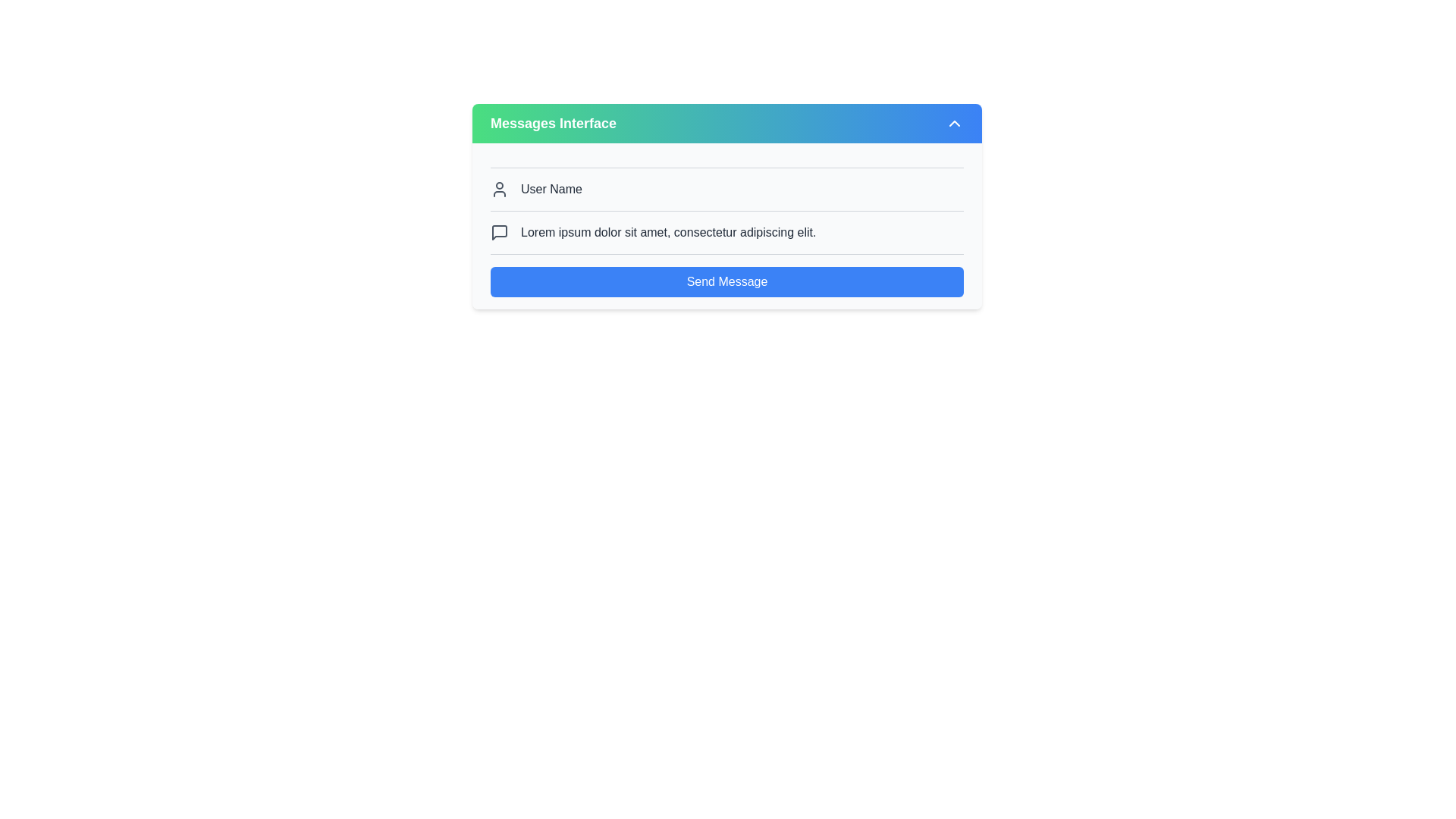 This screenshot has height=819, width=1456. What do you see at coordinates (551, 189) in the screenshot?
I see `the 'User Name' label, which is displayed in dark gray font and located next to a user icon in the 'Messages Interface' section` at bounding box center [551, 189].